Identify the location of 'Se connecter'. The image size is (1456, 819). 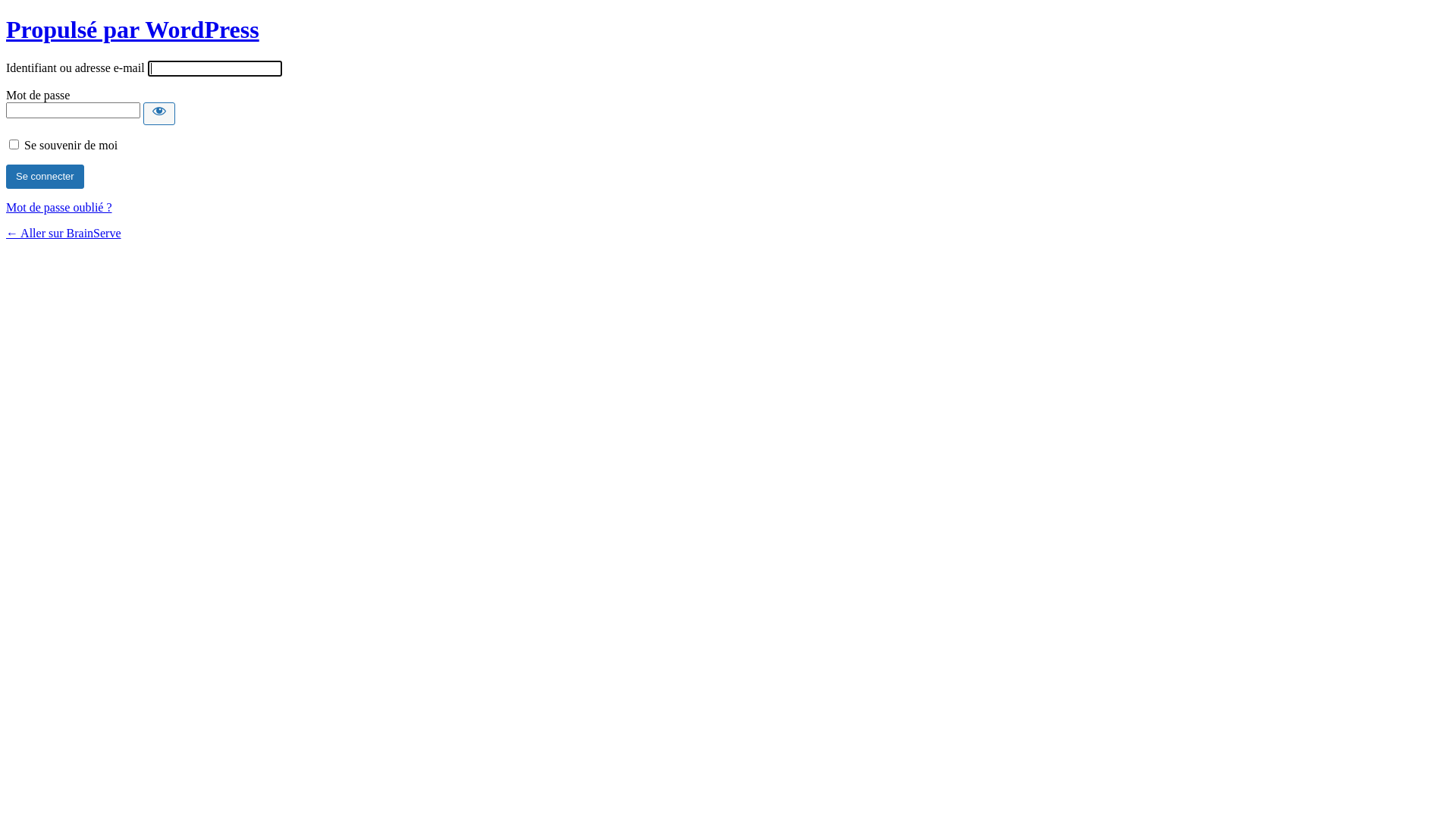
(6, 175).